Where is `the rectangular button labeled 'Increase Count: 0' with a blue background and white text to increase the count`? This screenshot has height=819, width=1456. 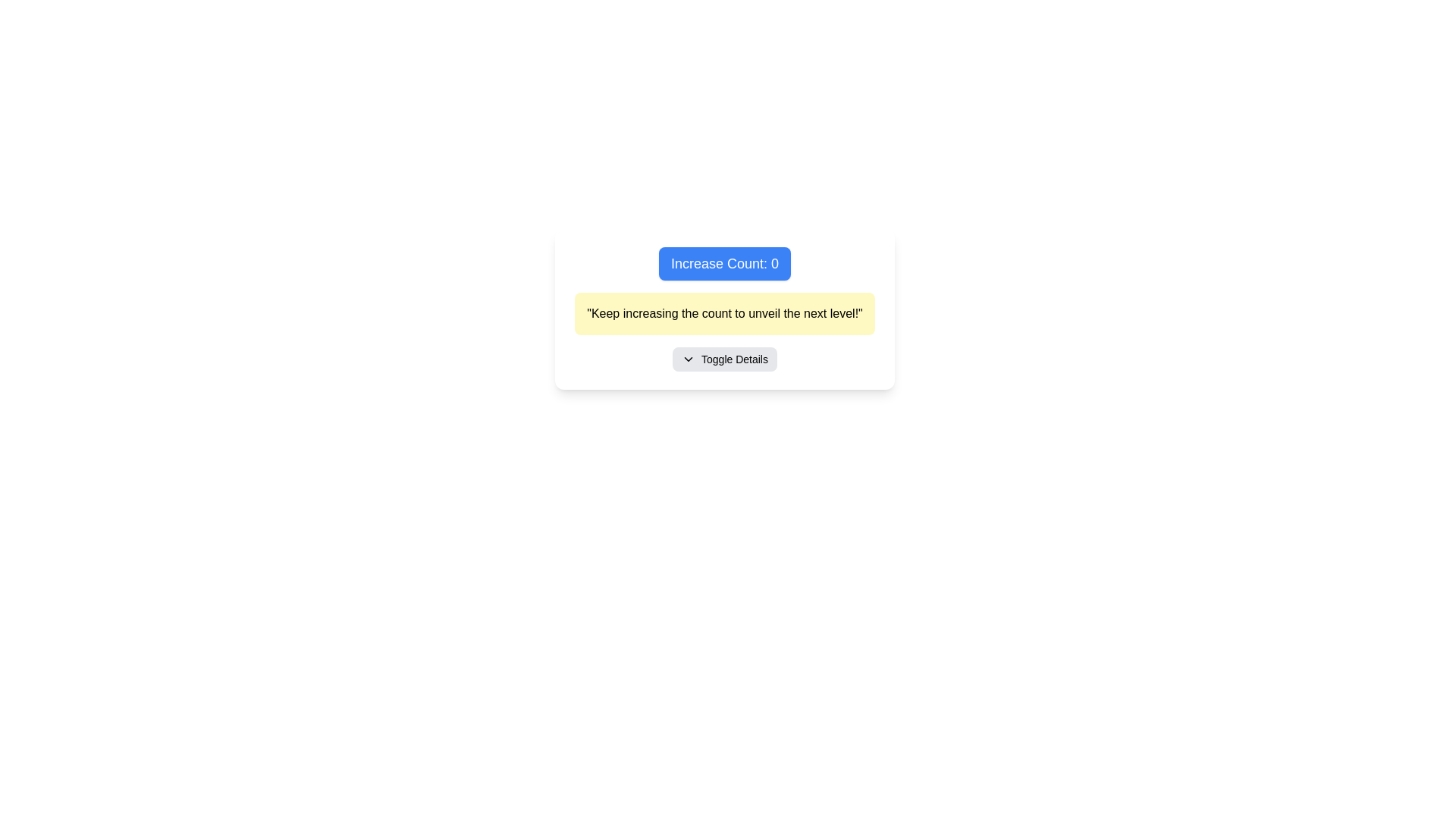 the rectangular button labeled 'Increase Count: 0' with a blue background and white text to increase the count is located at coordinates (723, 262).